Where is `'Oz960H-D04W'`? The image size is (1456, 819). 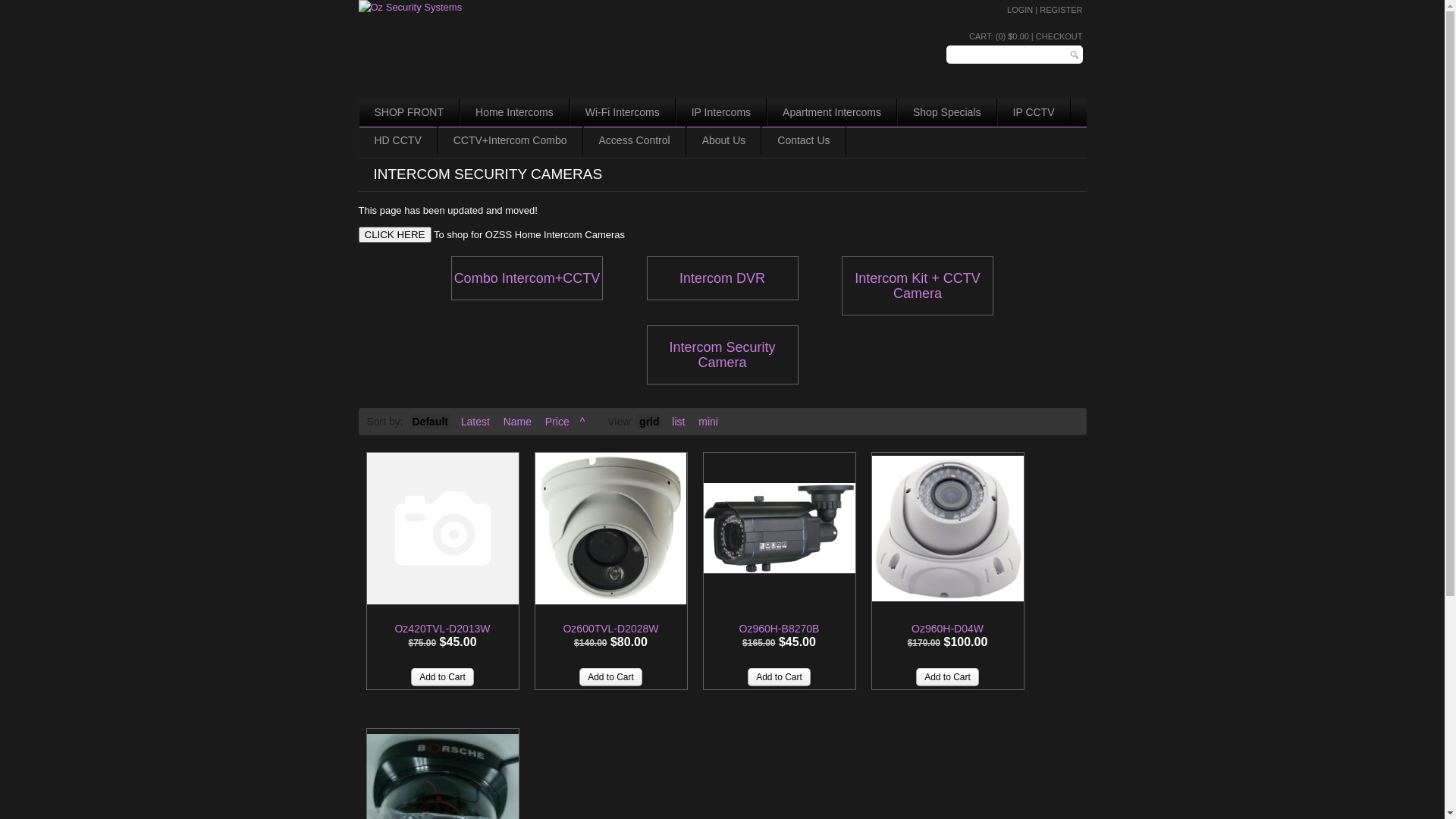 'Oz960H-D04W' is located at coordinates (872, 528).